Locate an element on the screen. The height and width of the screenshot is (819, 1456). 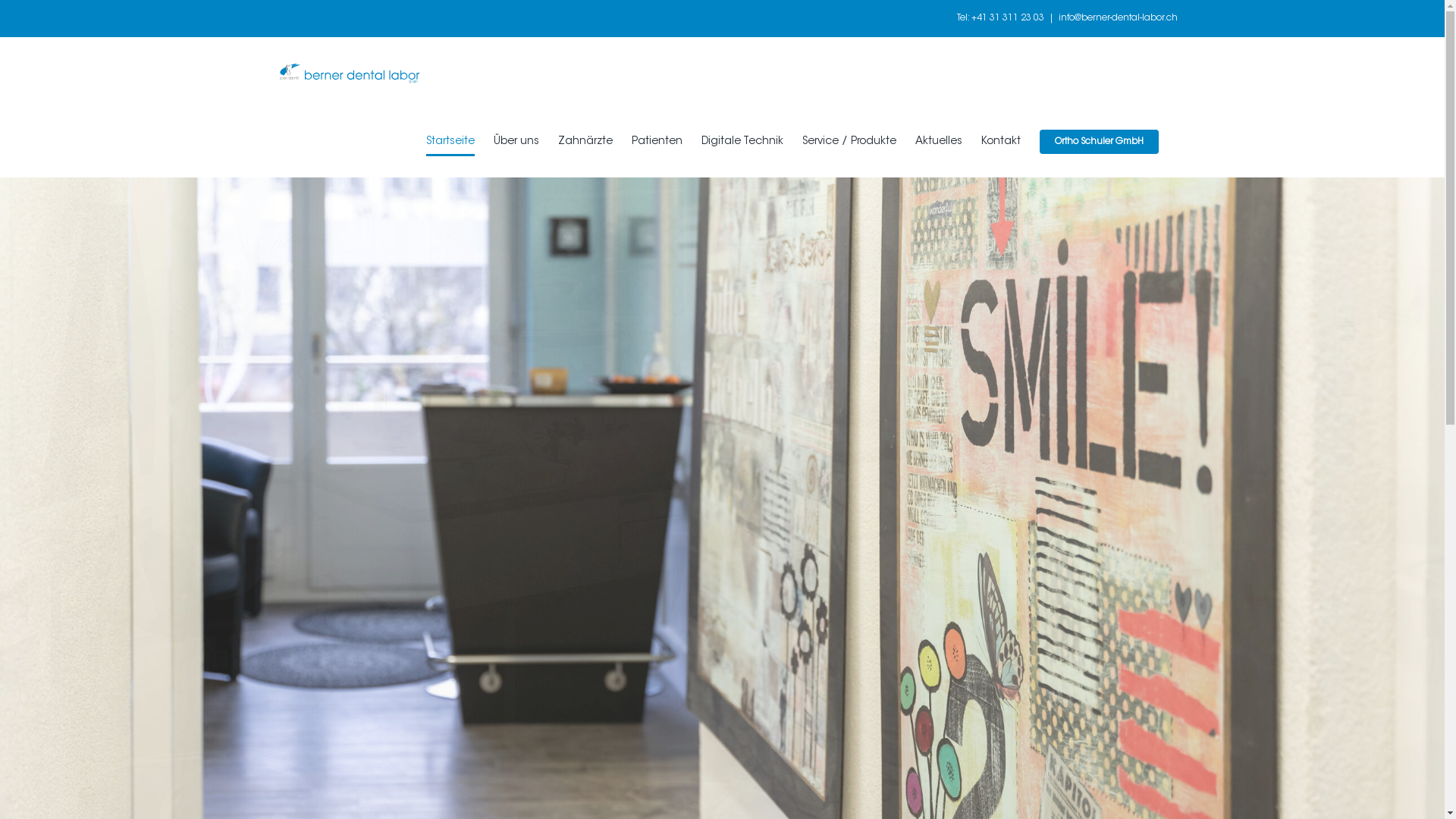
'Patienten' is located at coordinates (656, 141).